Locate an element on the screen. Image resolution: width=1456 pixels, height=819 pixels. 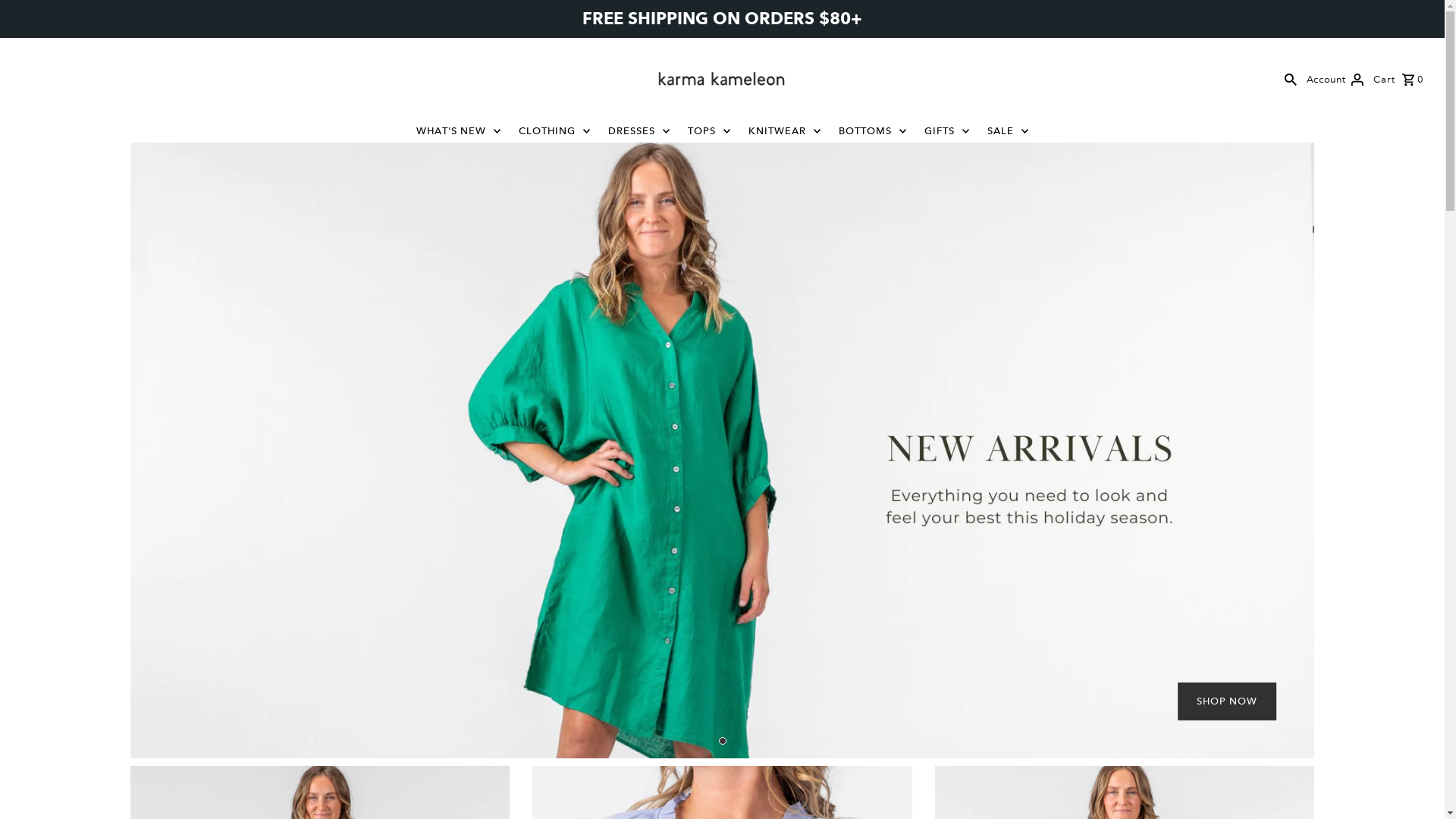
'KNITWEAR' is located at coordinates (783, 130).